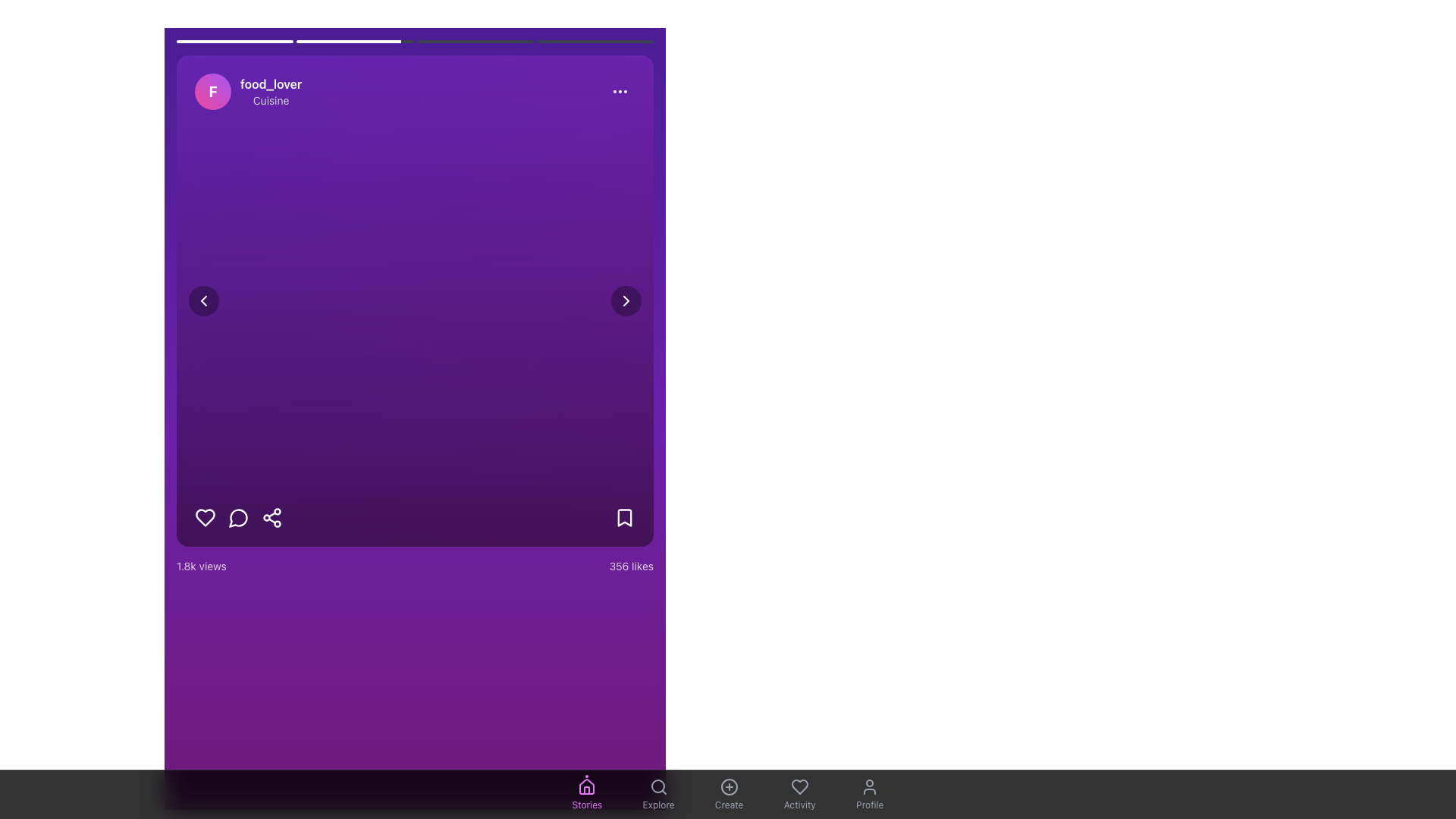 The width and height of the screenshot is (1456, 819). Describe the element at coordinates (272, 516) in the screenshot. I see `the share icon, which features a network symbol made of interconnected circles and is located as the third icon in the row at the bottom of the content card` at that location.